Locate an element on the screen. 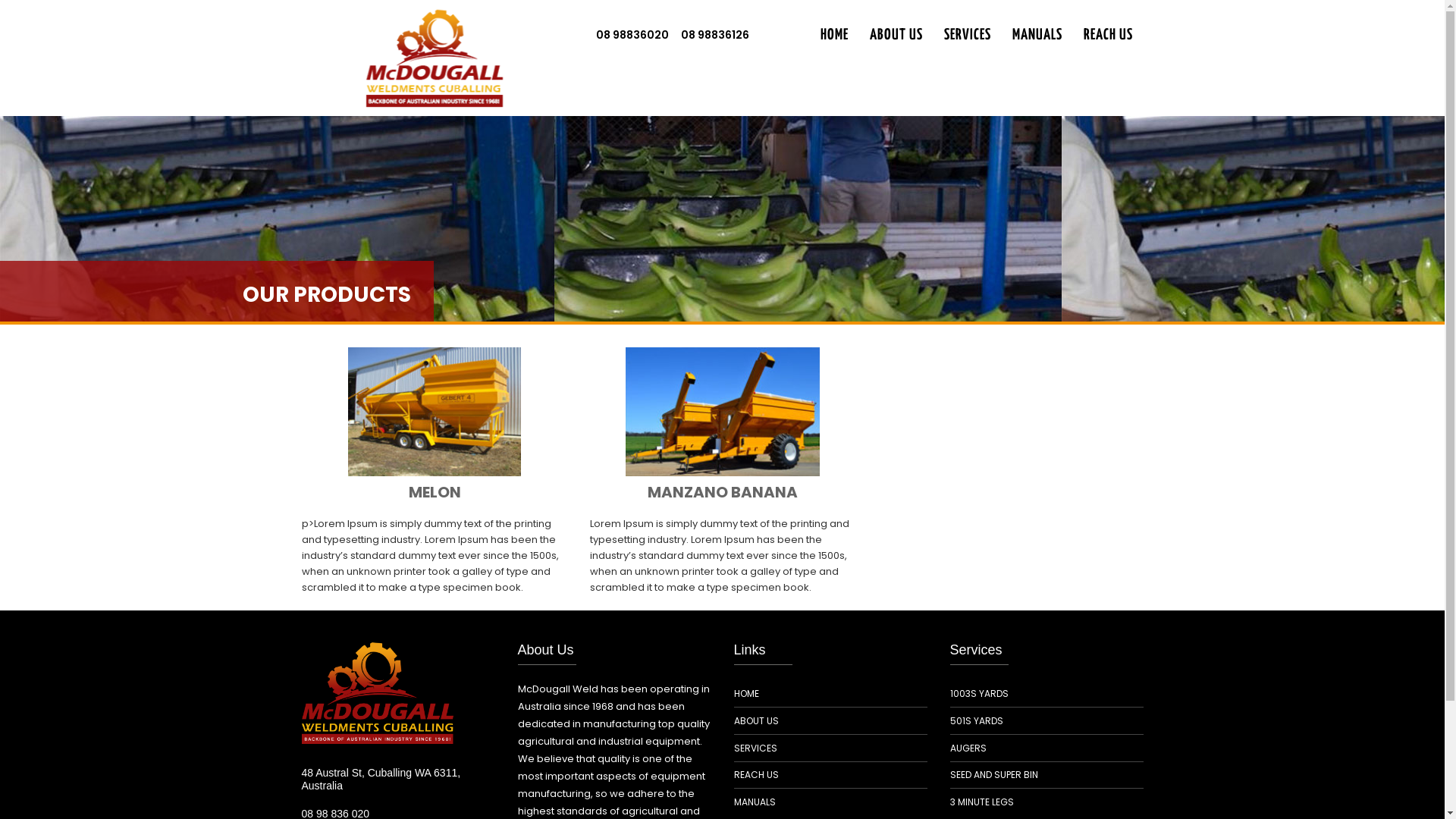 Image resolution: width=1456 pixels, height=819 pixels. 'SERVICES' is located at coordinates (755, 747).